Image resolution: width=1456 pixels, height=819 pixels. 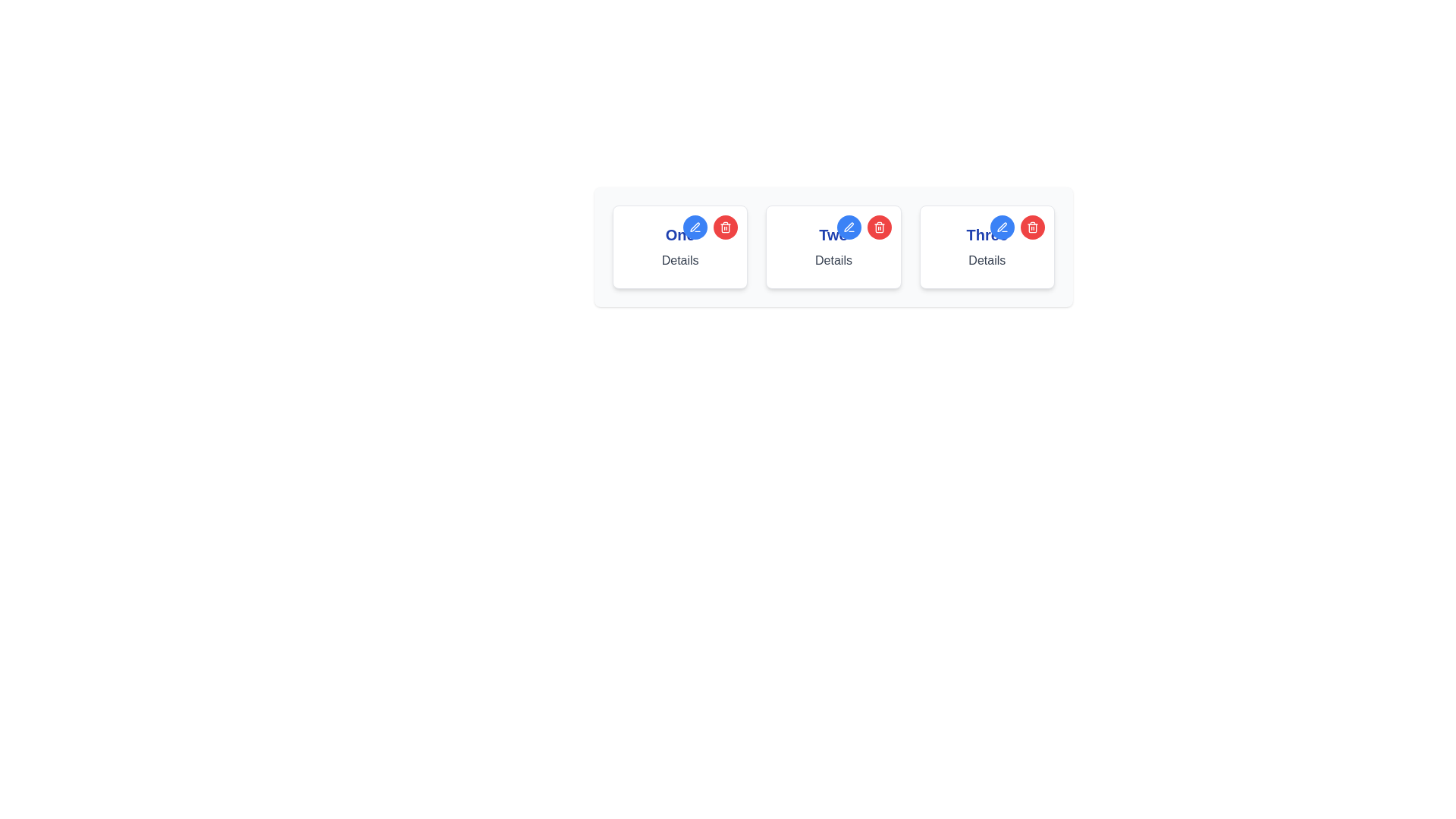 I want to click on the stylized pen icon located within the blue circular region on the second card from the left, situated to the left of the red circular icon, so click(x=694, y=227).